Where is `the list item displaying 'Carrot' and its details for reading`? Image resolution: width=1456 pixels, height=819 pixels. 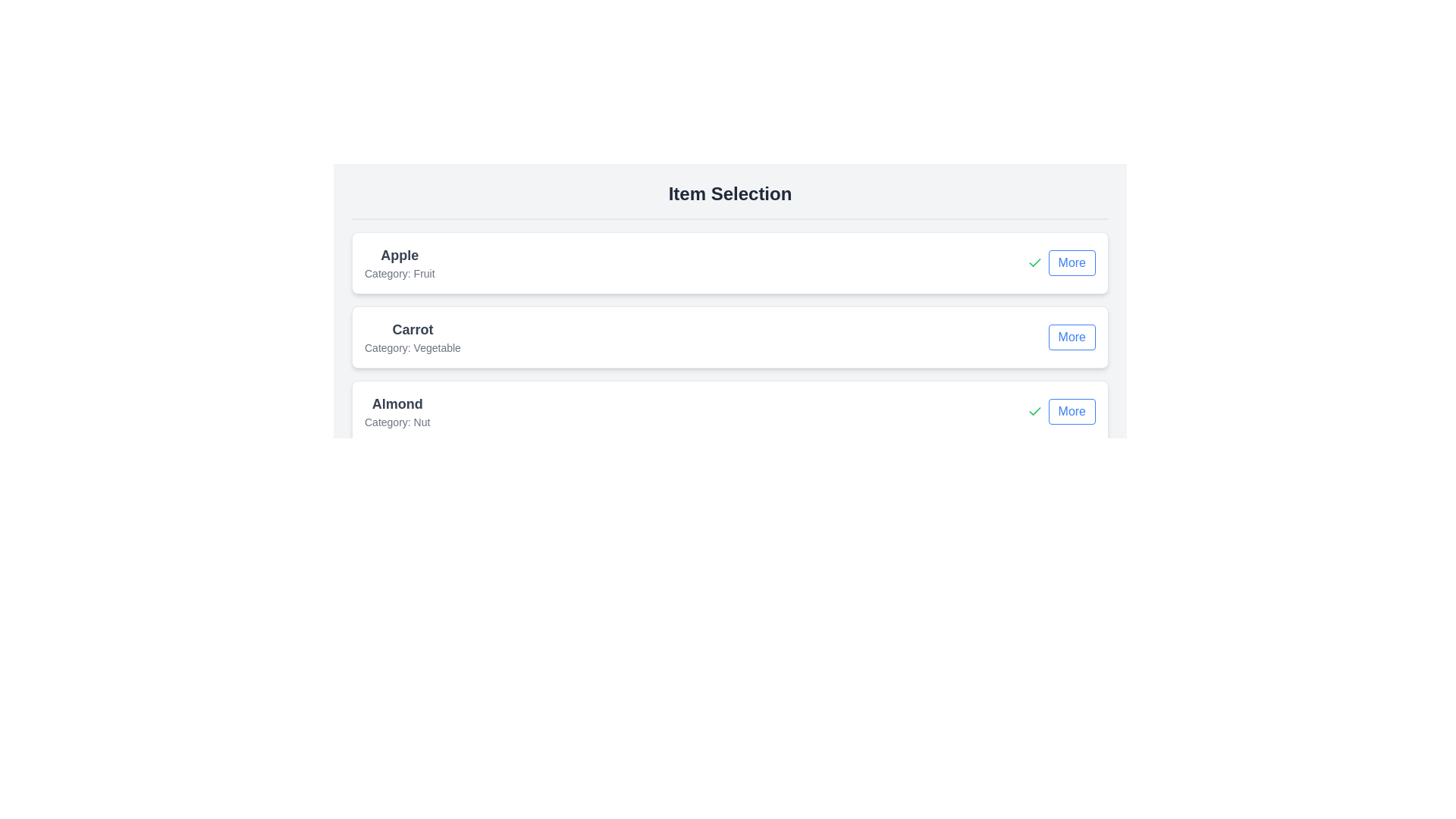
the list item displaying 'Carrot' and its details for reading is located at coordinates (730, 336).